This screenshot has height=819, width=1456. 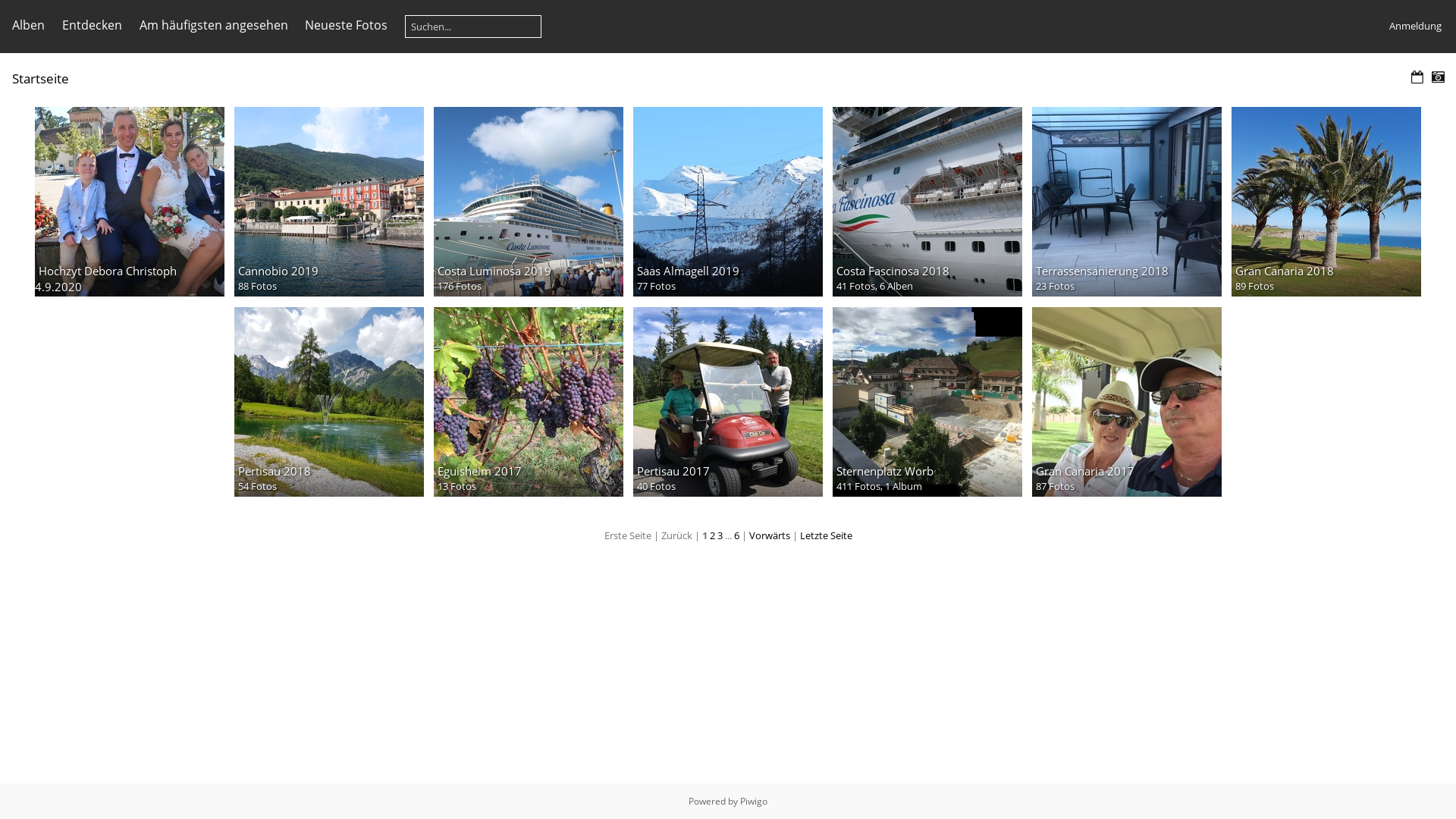 I want to click on 'Saas Almagell 2019, so click(x=633, y=201).